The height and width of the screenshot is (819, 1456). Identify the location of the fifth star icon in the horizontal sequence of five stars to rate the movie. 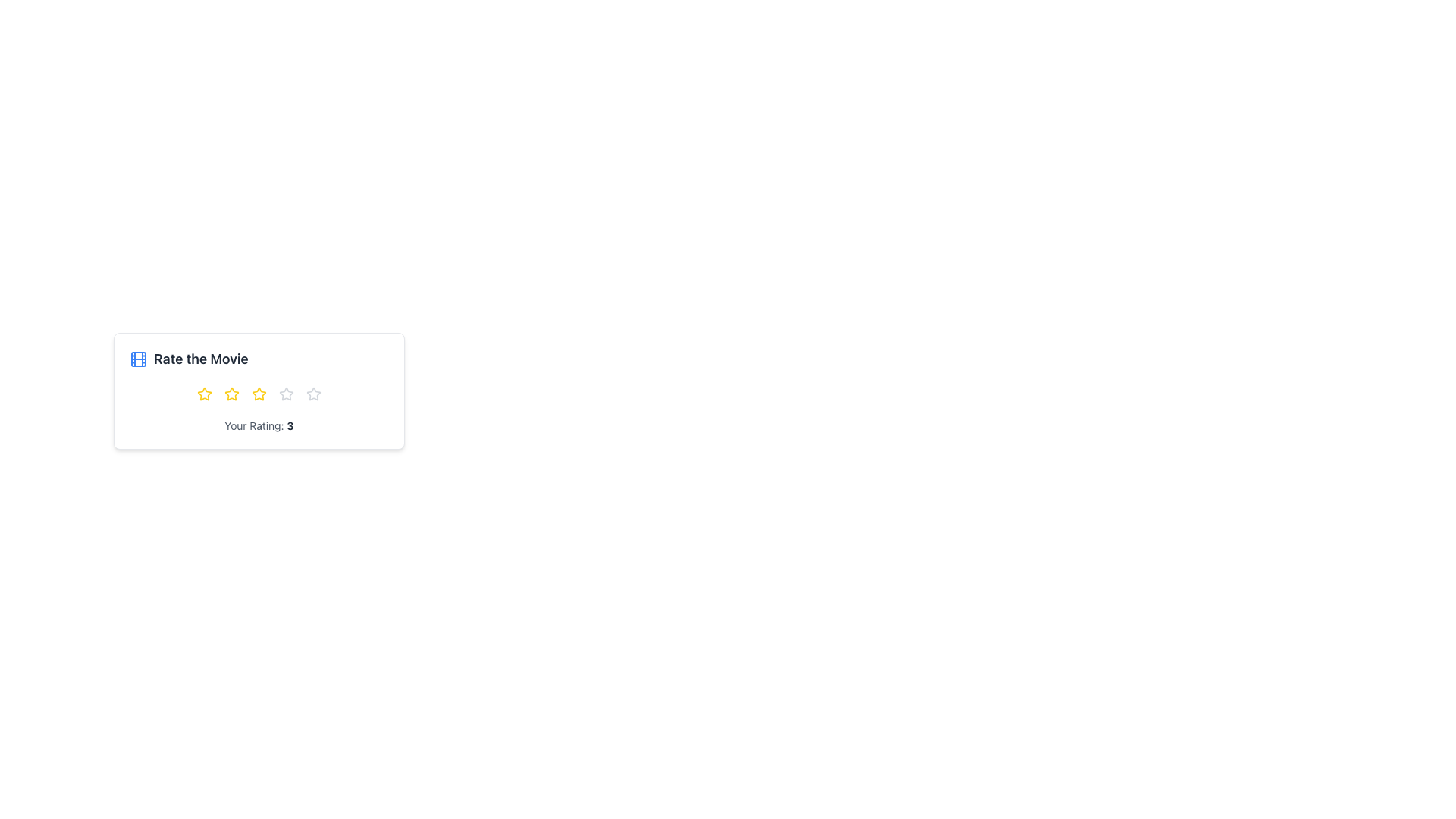
(312, 393).